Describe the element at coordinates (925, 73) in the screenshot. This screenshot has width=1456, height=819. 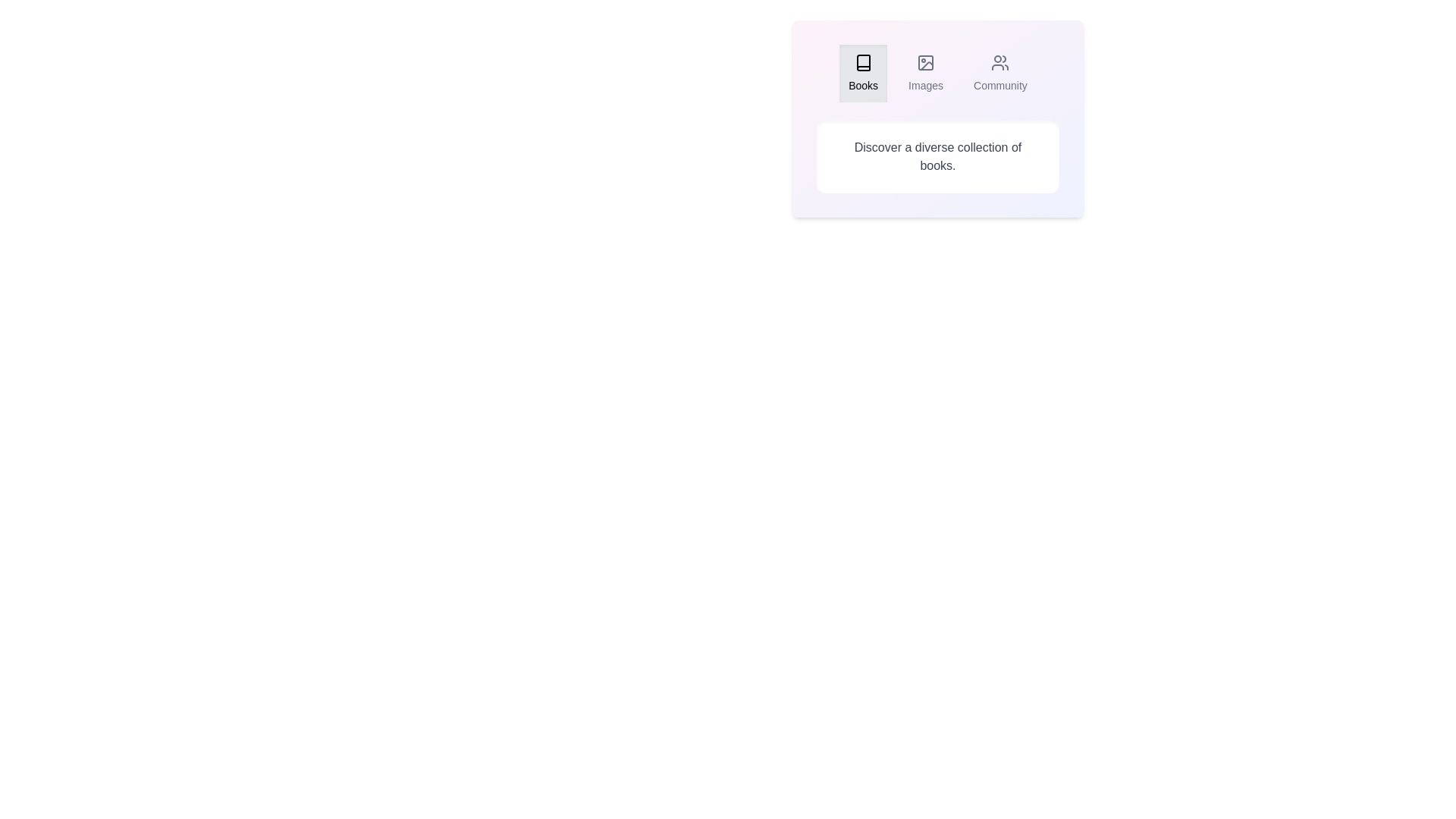
I see `the Images tab by clicking on its button` at that location.